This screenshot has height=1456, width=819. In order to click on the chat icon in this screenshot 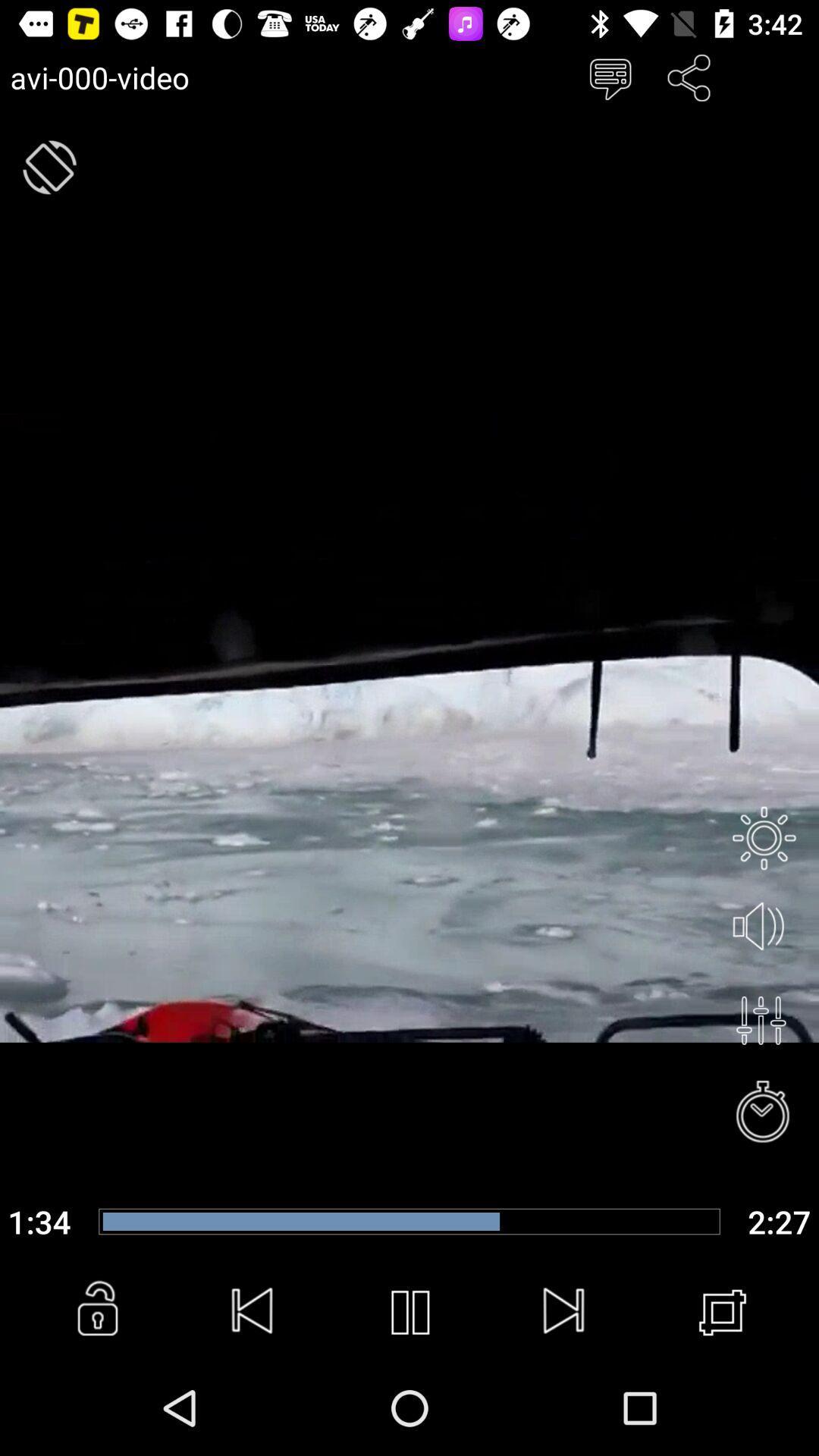, I will do `click(609, 77)`.